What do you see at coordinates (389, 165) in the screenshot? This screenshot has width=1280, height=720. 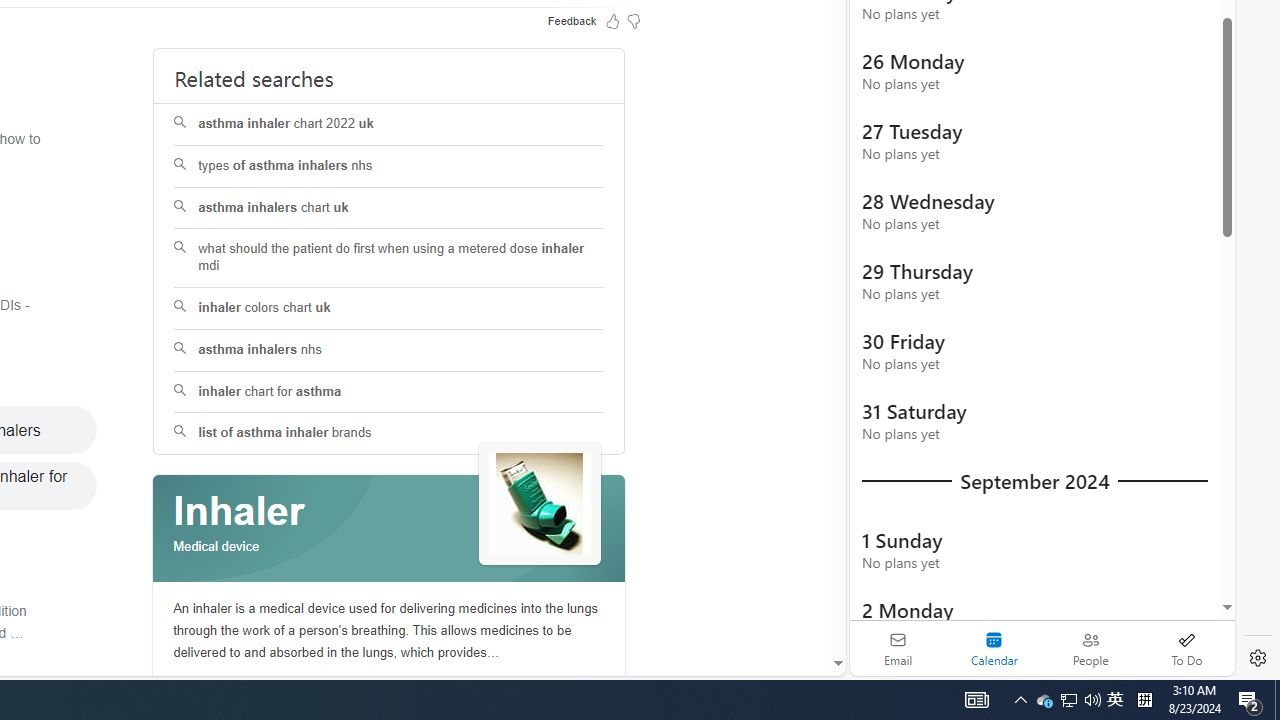 I see `'types of asthma inhalers nhs'` at bounding box center [389, 165].